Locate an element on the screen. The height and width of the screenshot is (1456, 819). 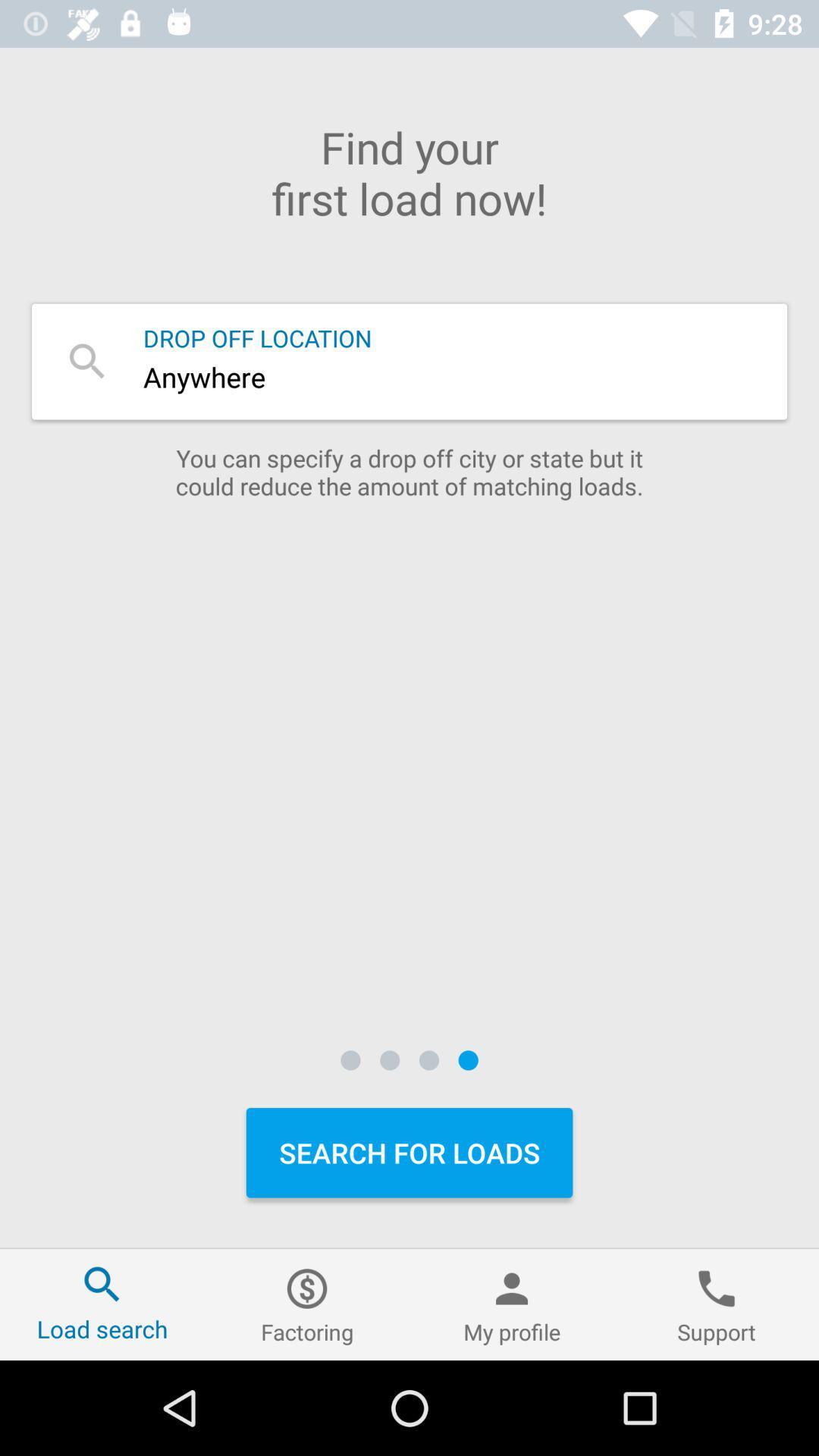
icon next to support icon is located at coordinates (512, 1304).